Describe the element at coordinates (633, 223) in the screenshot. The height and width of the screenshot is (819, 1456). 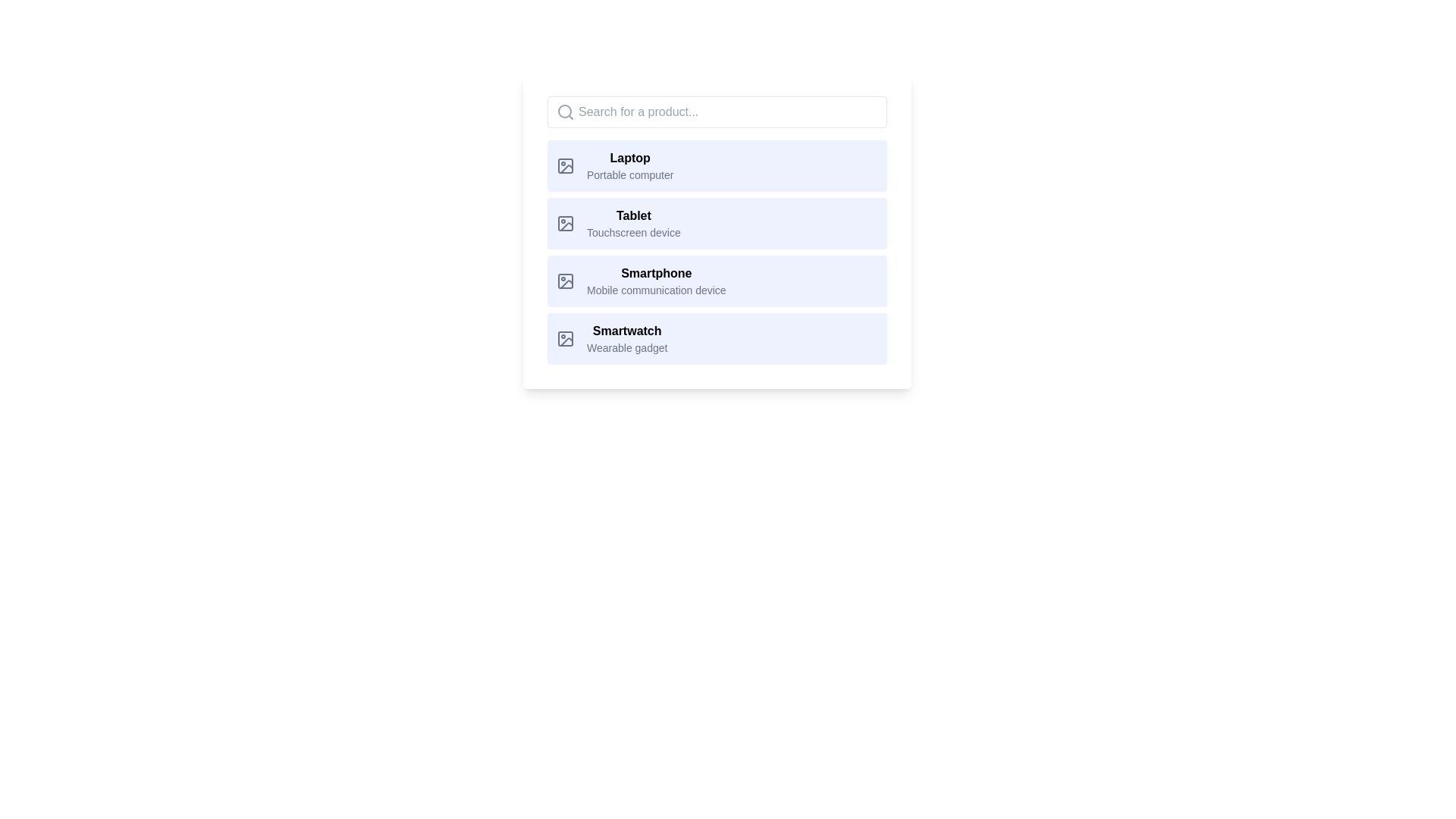
I see `the 'Tablet' option` at that location.